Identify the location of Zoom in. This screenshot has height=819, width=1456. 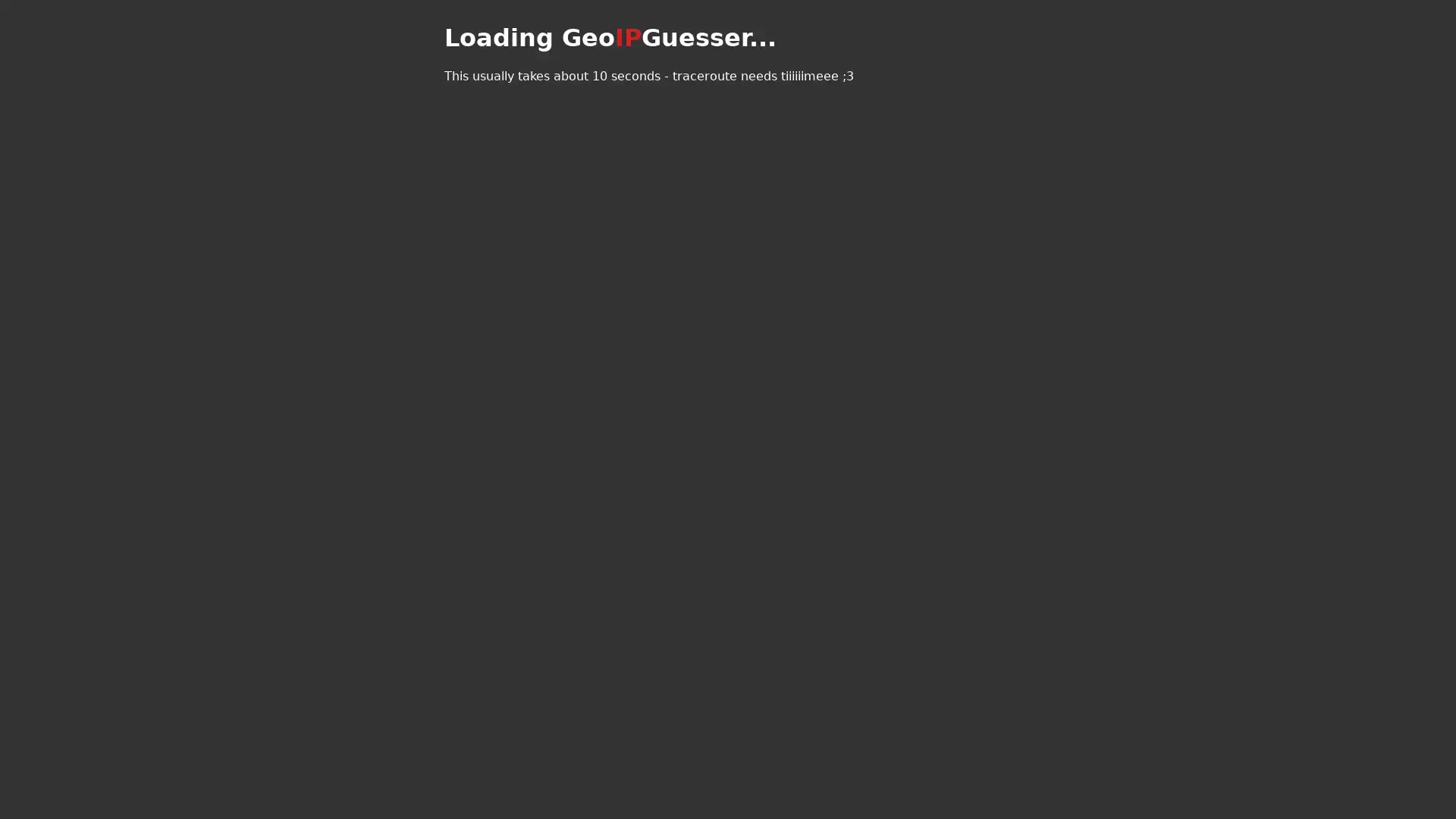
(457, 27).